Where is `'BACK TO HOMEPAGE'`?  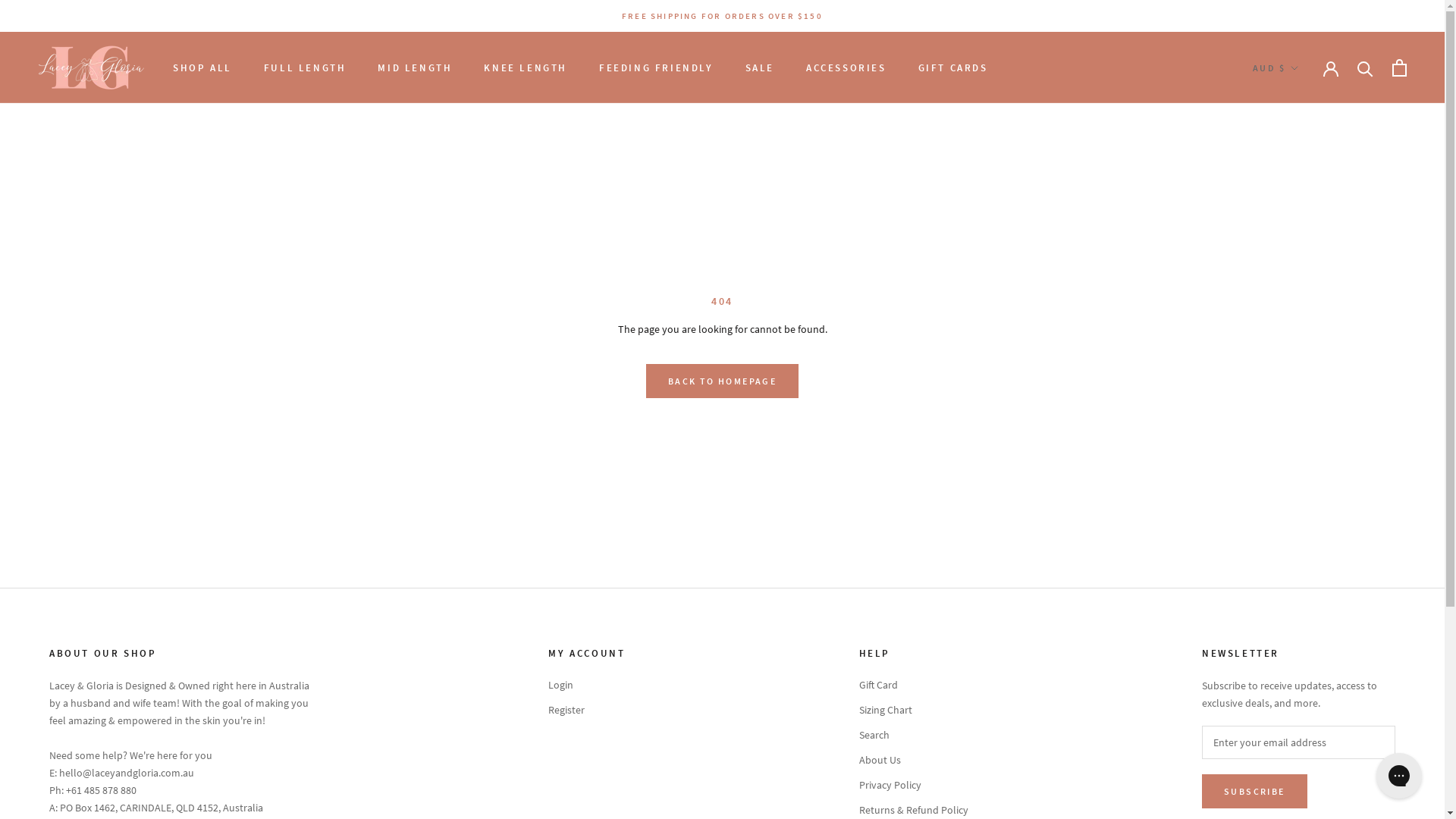 'BACK TO HOMEPAGE' is located at coordinates (721, 380).